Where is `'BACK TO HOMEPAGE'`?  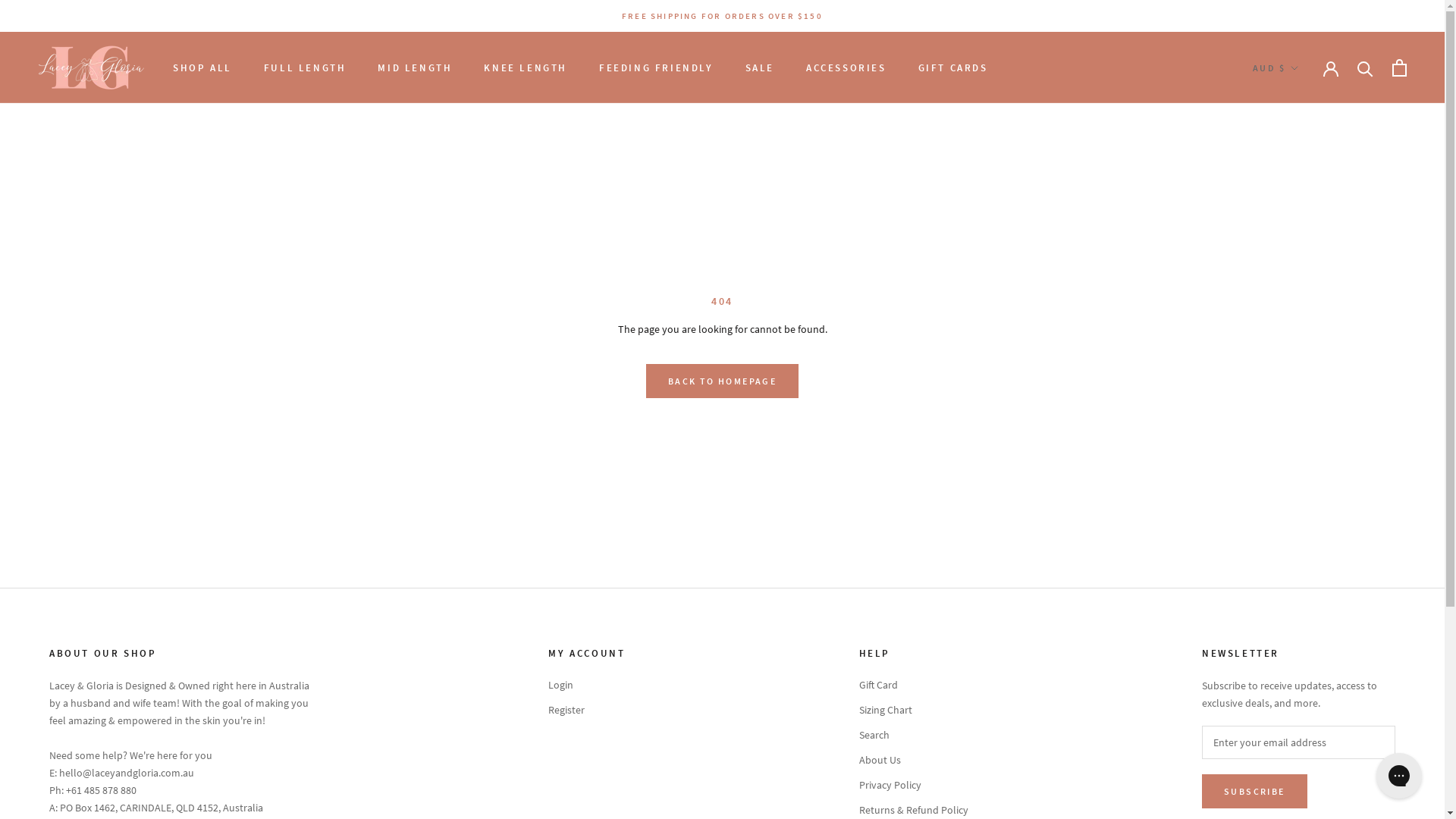 'BACK TO HOMEPAGE' is located at coordinates (721, 380).